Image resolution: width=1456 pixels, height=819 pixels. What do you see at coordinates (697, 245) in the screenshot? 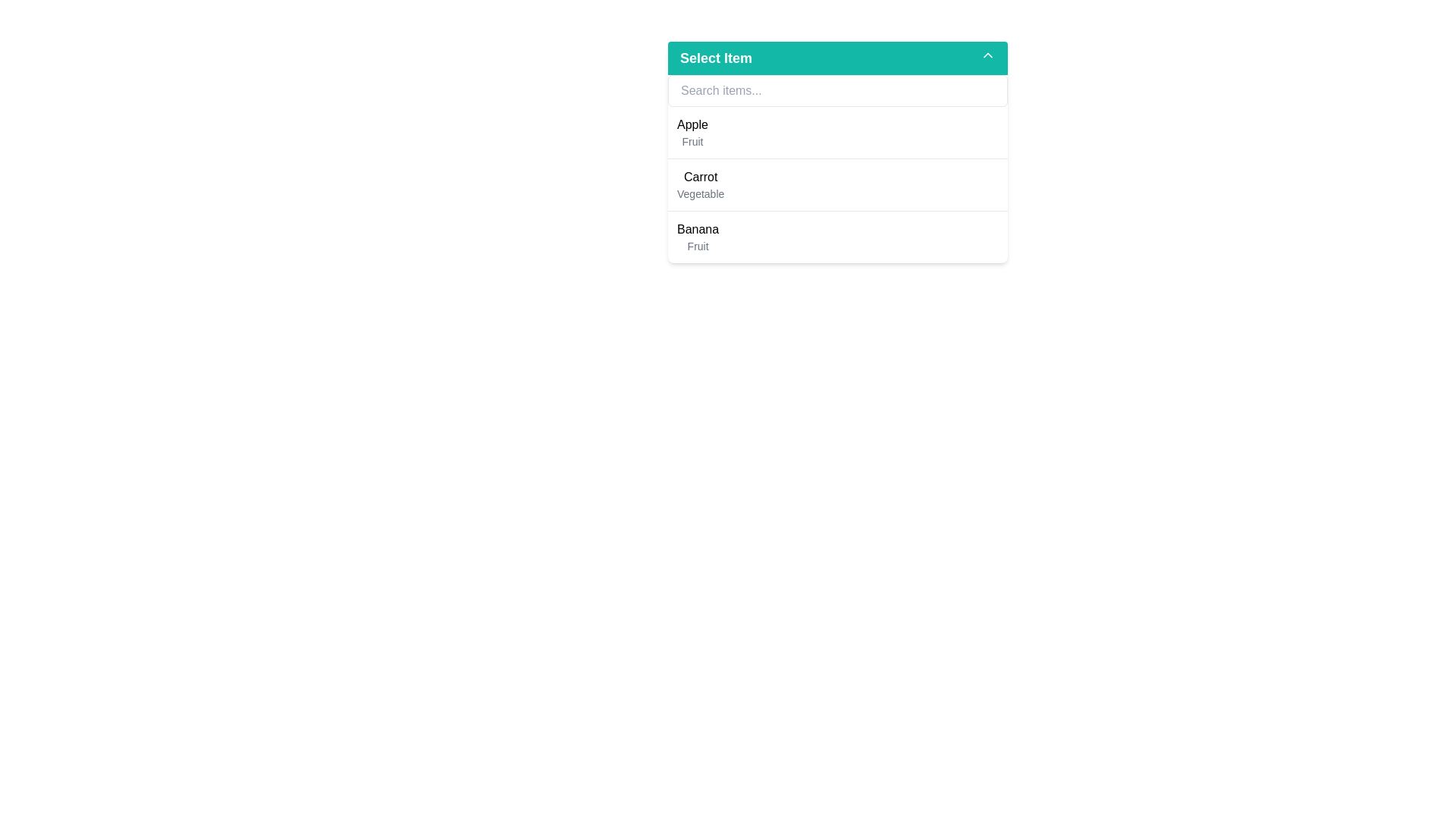
I see `the static text label indicating that 'Banana' belongs to the category 'Fruit', which is located in the dropdown menu labeled 'Select Item' and positioned directly below the entry labeled 'Banana'` at bounding box center [697, 245].